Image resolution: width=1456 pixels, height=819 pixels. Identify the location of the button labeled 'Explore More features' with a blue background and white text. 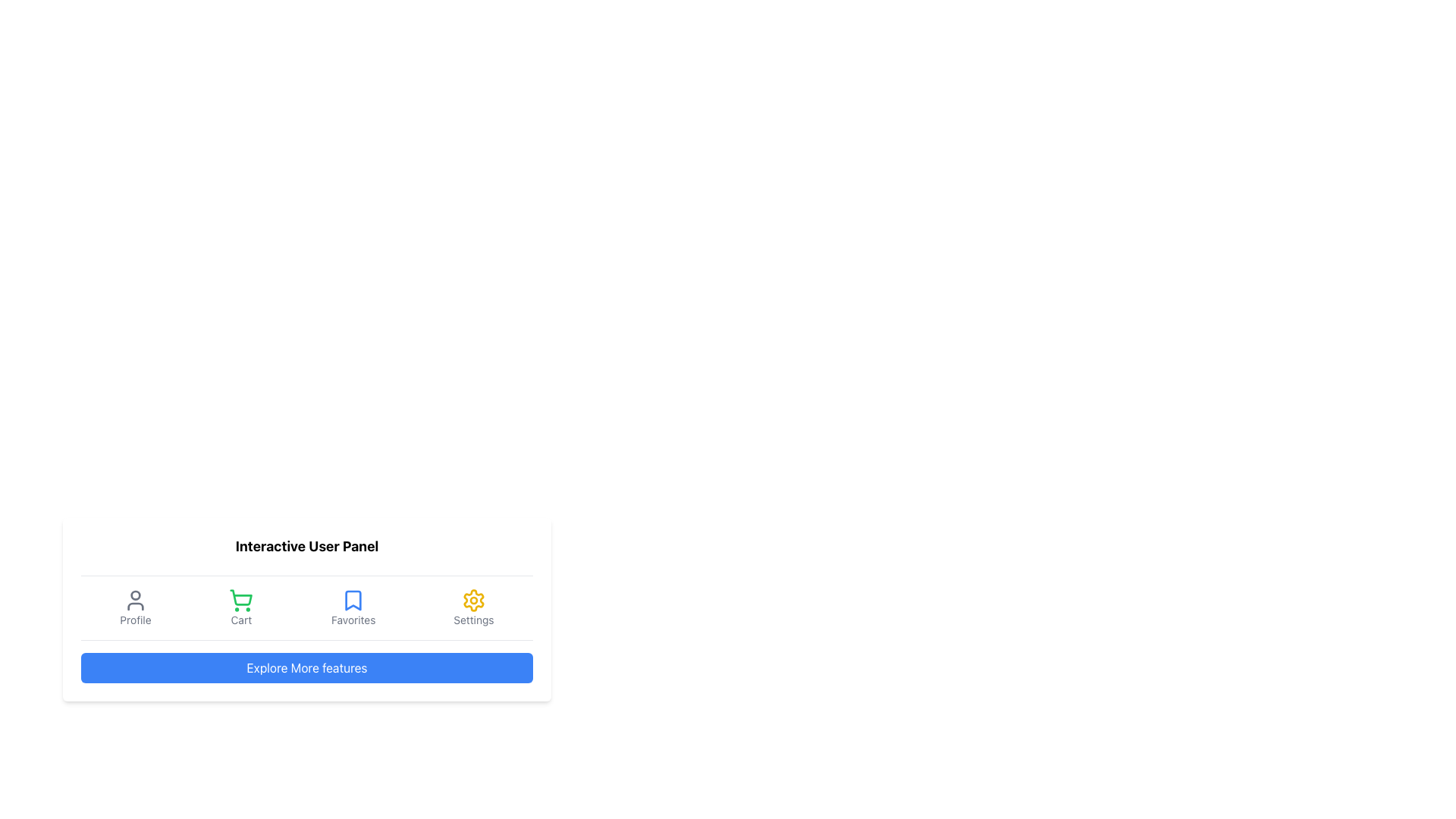
(306, 661).